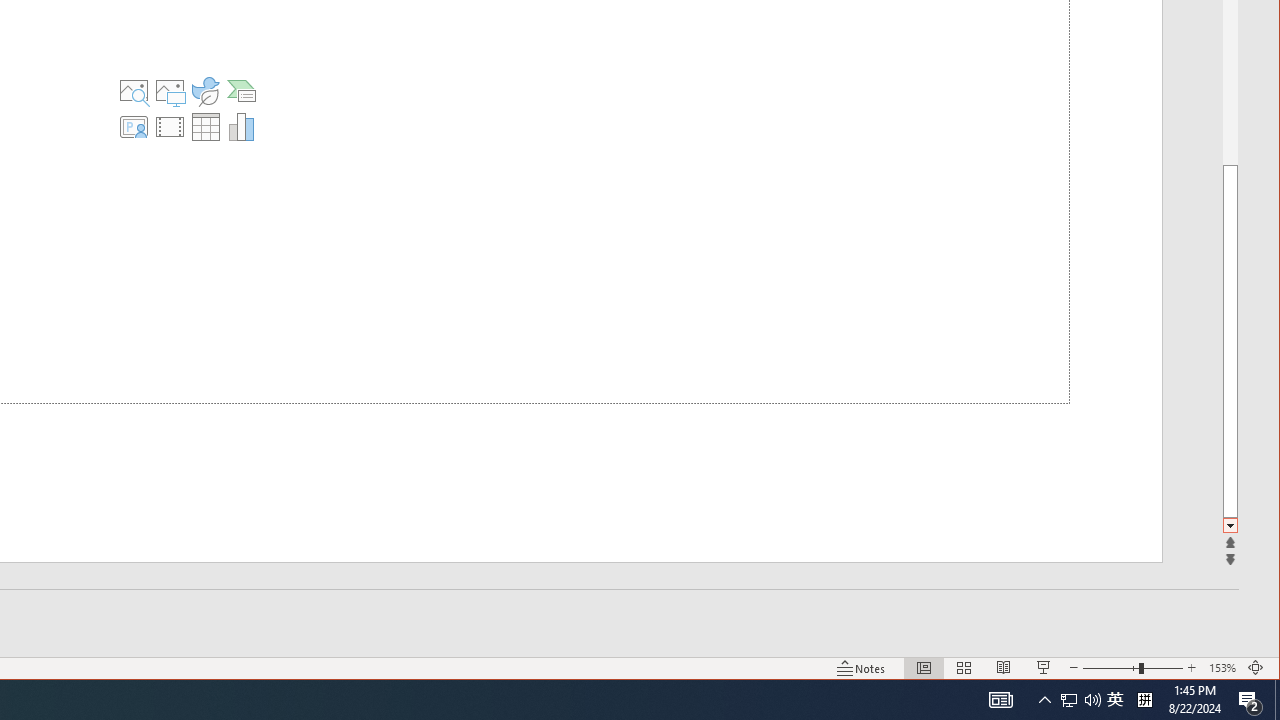 This screenshot has height=720, width=1280. Describe the element at coordinates (169, 91) in the screenshot. I see `'Pictures'` at that location.